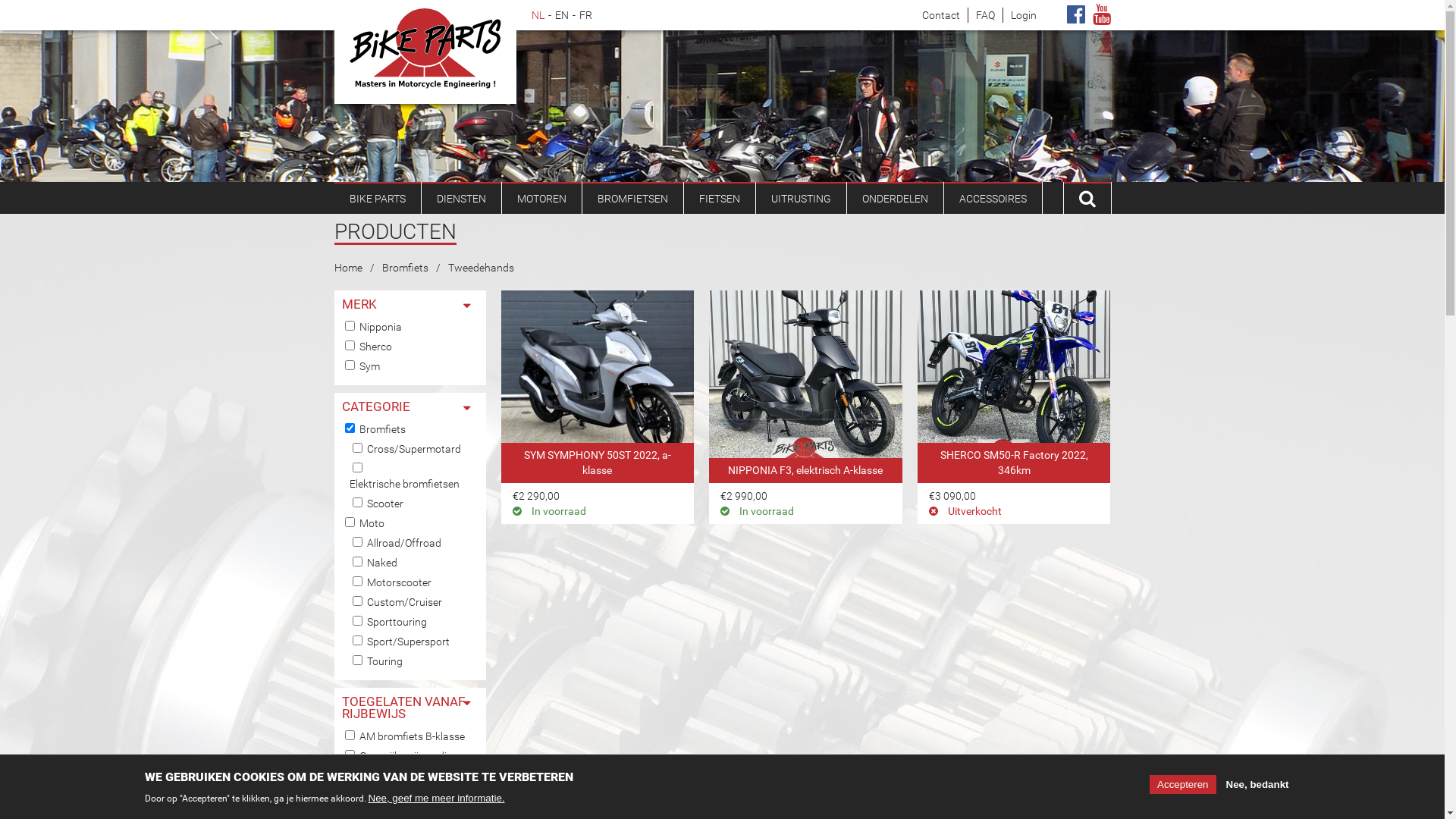 The image size is (1456, 819). I want to click on 'NL', so click(537, 14).